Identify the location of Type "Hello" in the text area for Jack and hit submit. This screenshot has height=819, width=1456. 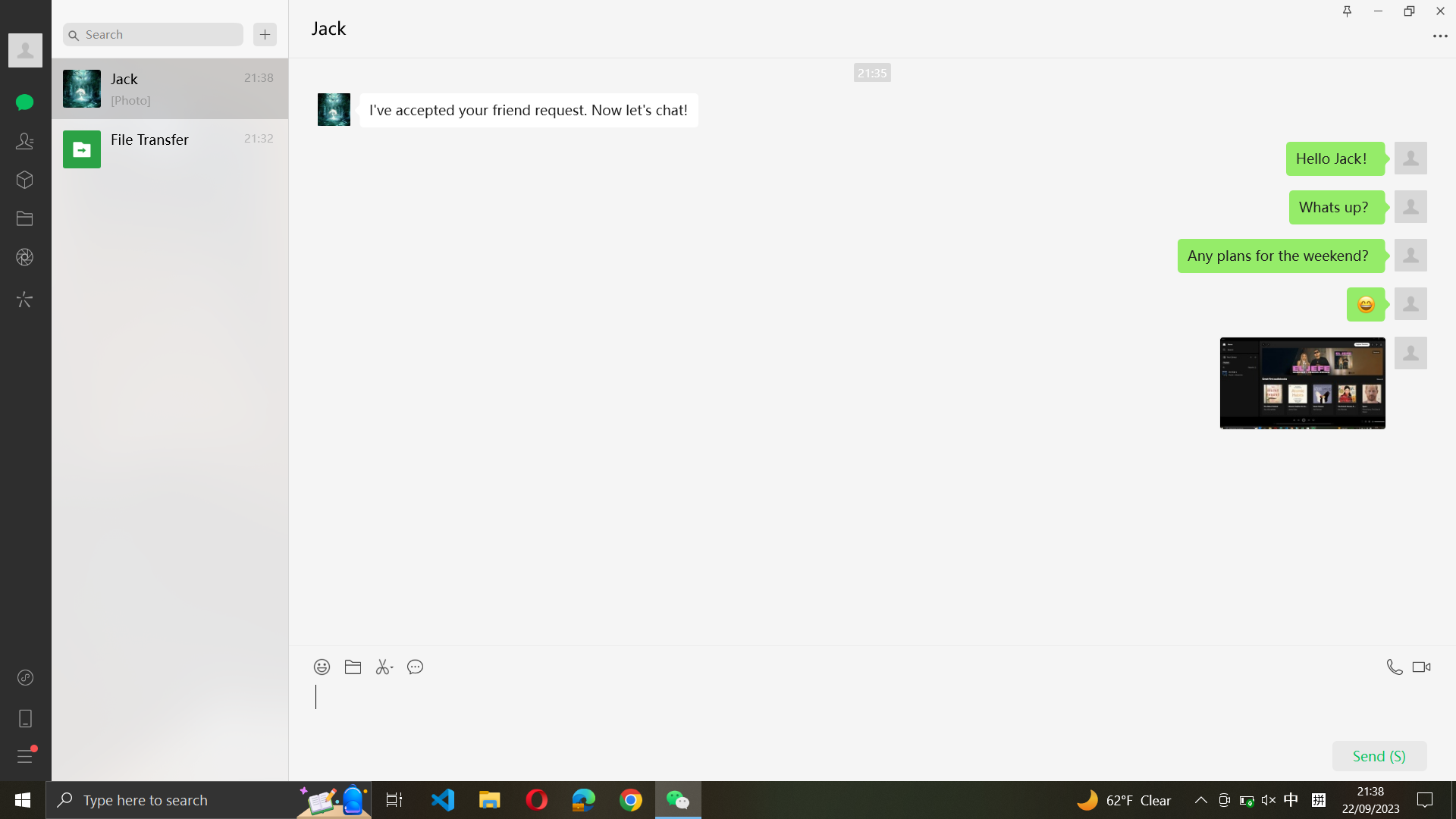
(870, 728).